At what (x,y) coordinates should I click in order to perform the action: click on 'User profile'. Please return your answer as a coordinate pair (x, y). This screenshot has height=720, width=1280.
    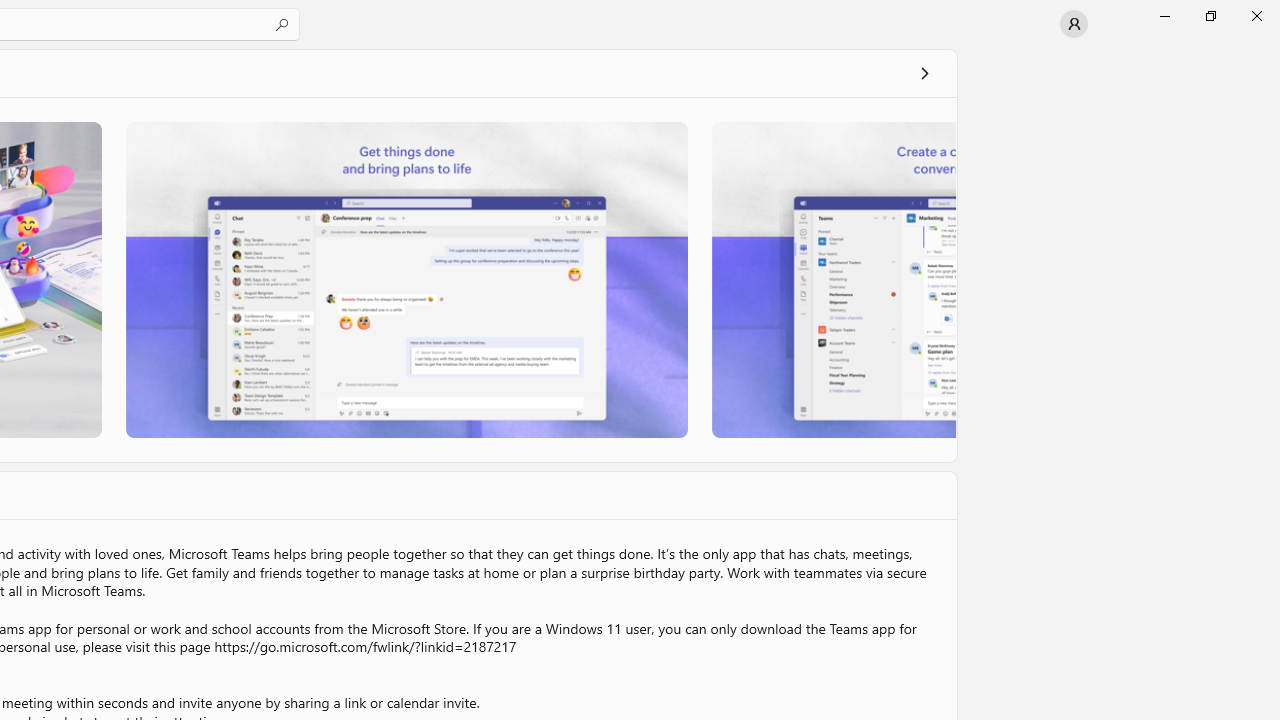
    Looking at the image, I should click on (1072, 24).